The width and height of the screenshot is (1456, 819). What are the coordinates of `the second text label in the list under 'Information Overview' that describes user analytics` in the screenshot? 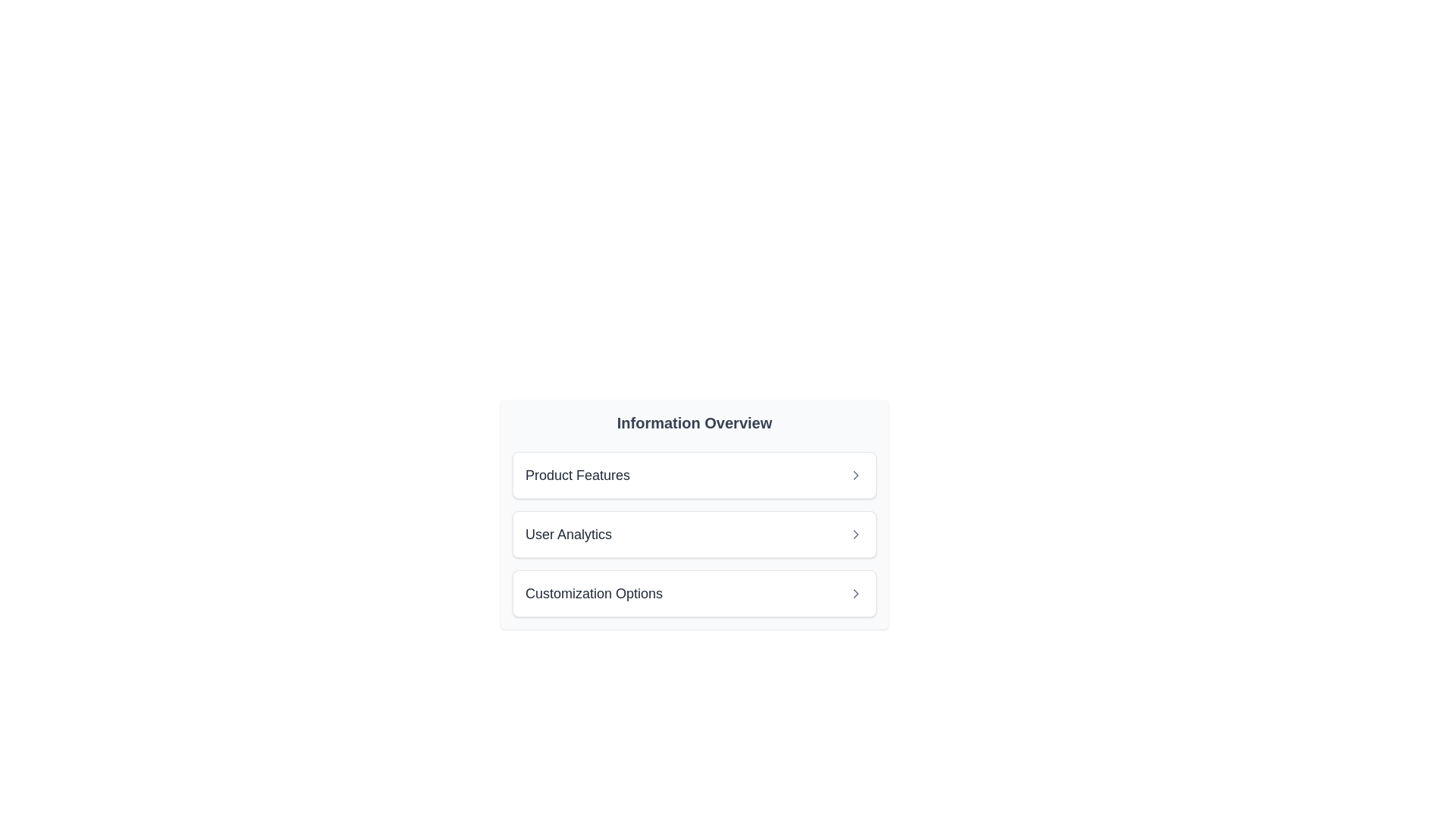 It's located at (567, 534).